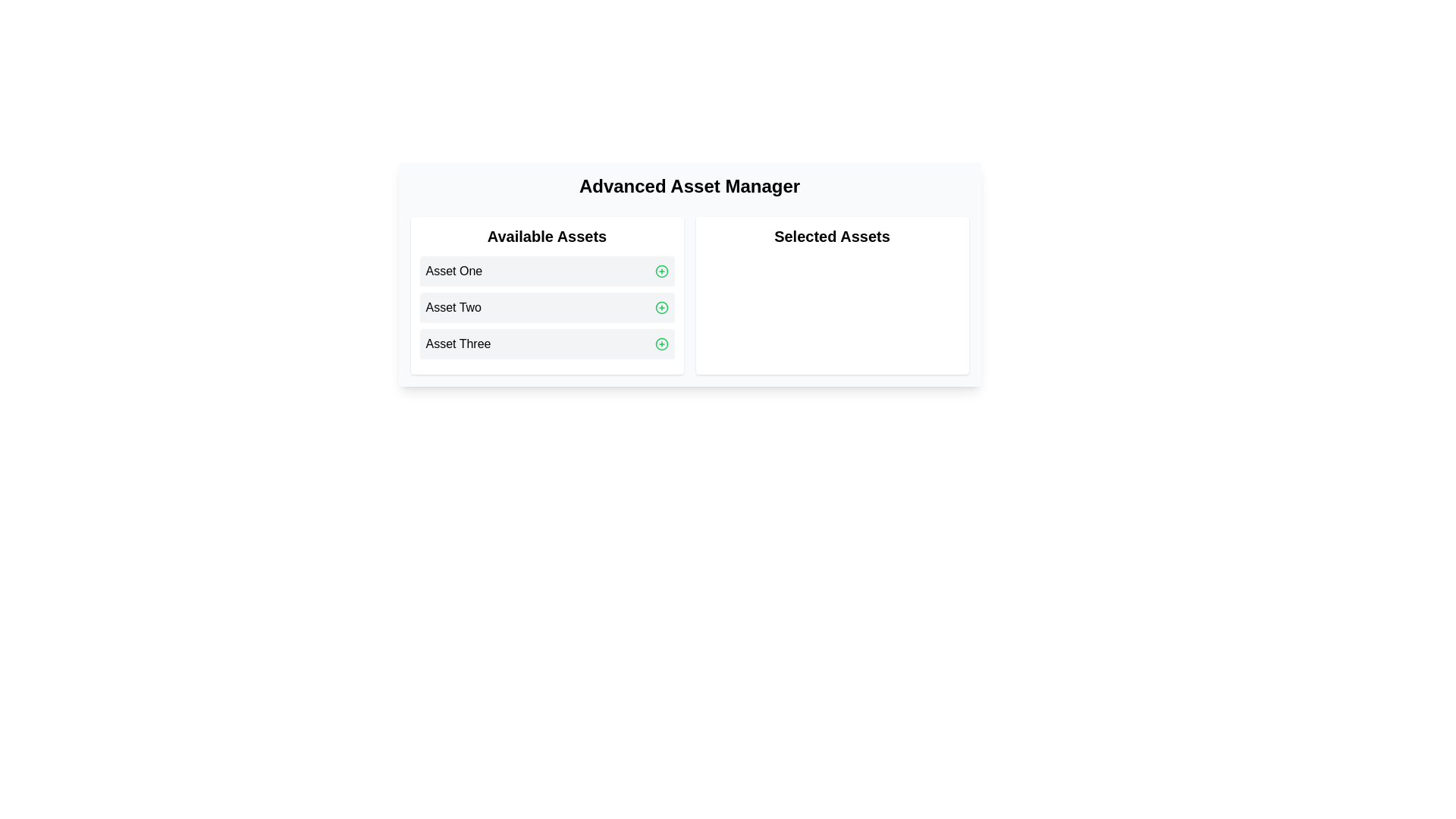 The height and width of the screenshot is (819, 1456). What do you see at coordinates (831, 237) in the screenshot?
I see `the Text Label that serves as a title or heading for the section displaying selected assets, located at the top center of its containing white box on the right side of the user interface` at bounding box center [831, 237].